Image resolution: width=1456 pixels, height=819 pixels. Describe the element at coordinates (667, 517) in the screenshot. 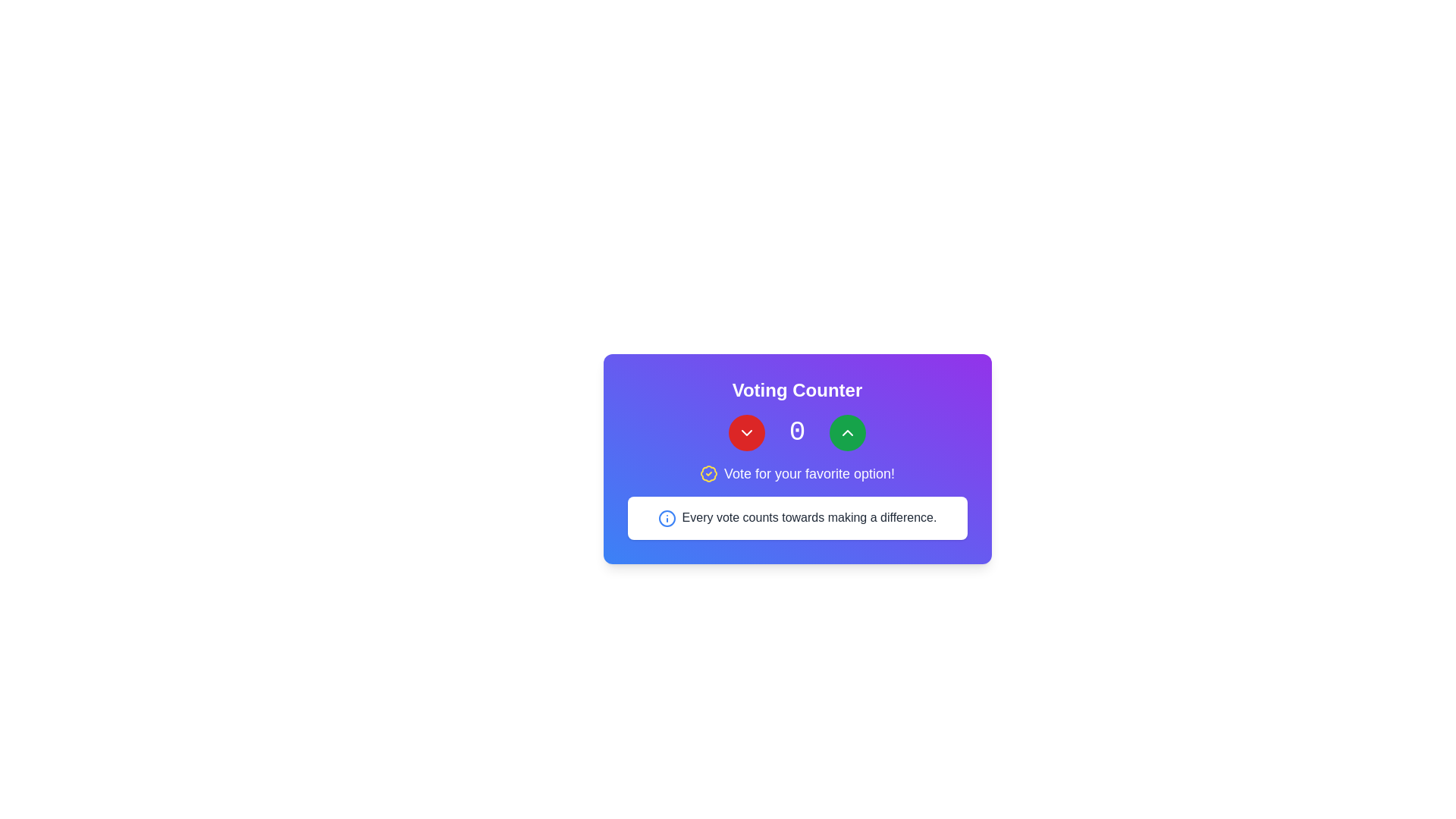

I see `the information icon which is a circular shape with a blue border and white fill, located to the left of the text label 'Every vote counts towards making a difference.'` at that location.